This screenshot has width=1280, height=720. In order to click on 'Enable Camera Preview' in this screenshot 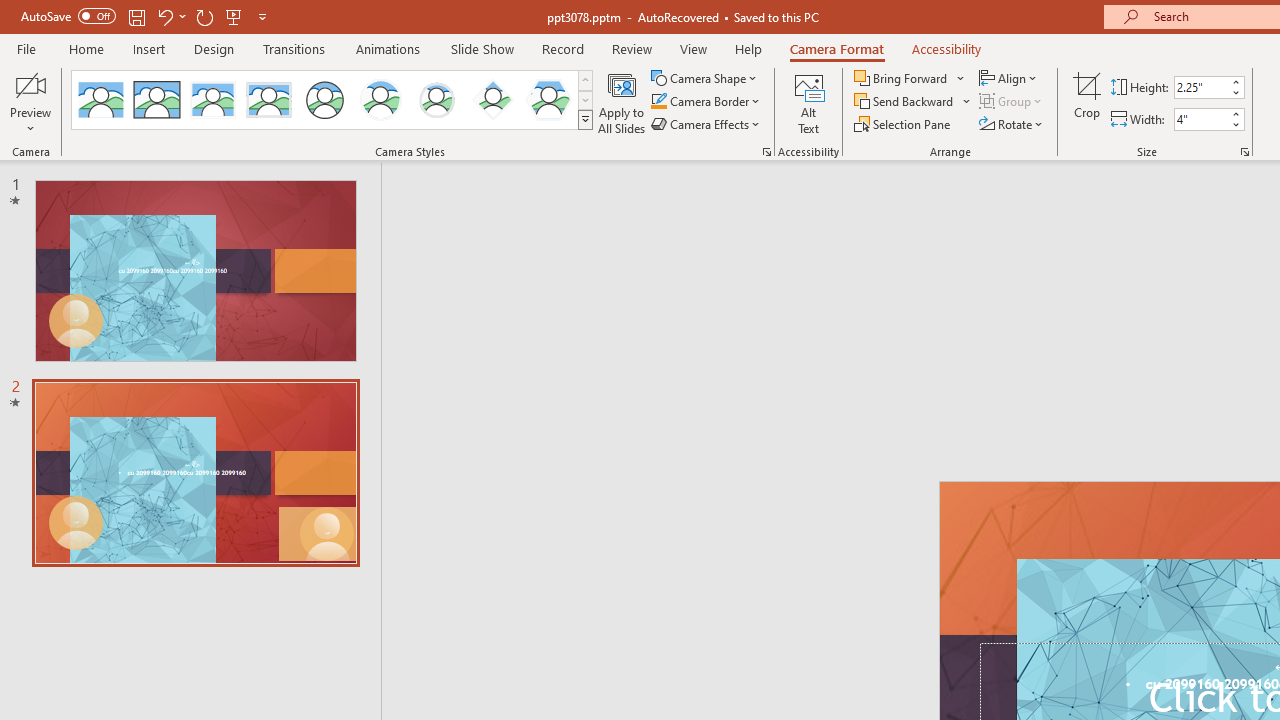, I will do `click(30, 84)`.